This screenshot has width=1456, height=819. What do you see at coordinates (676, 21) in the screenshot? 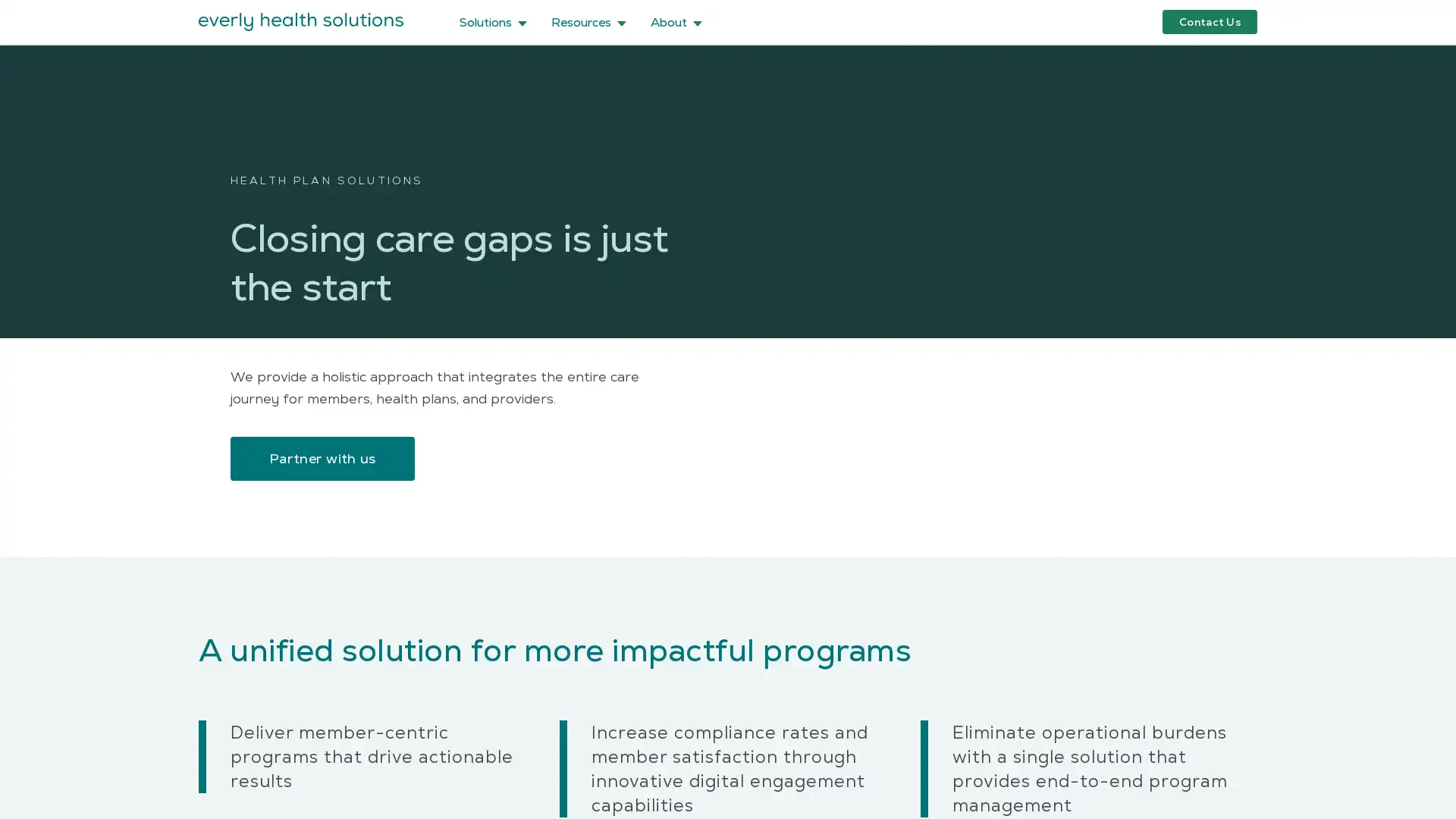
I see `About Caret icon for dropdown menu` at bounding box center [676, 21].